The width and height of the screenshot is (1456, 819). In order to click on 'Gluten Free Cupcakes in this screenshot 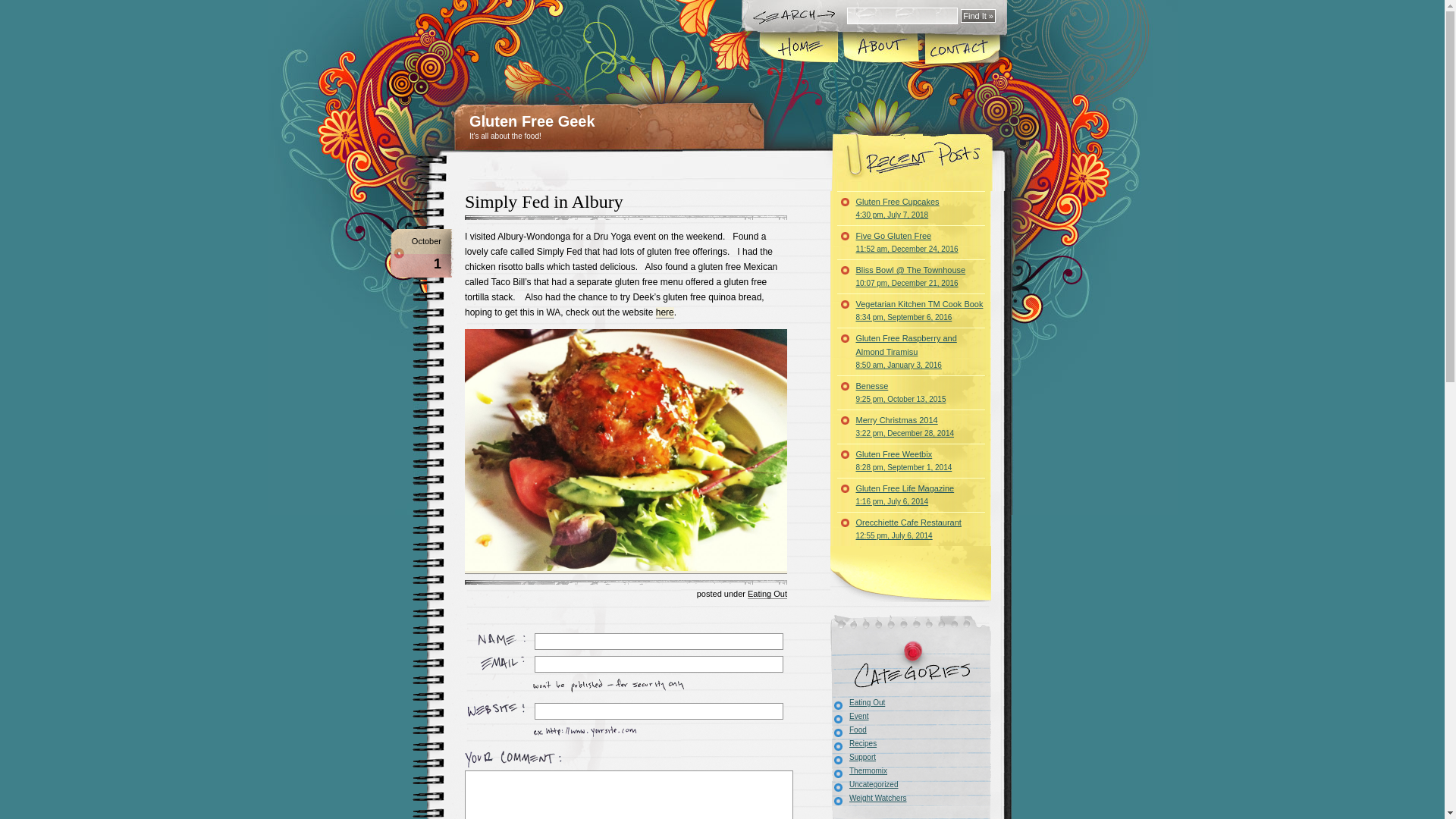, I will do `click(910, 208)`.